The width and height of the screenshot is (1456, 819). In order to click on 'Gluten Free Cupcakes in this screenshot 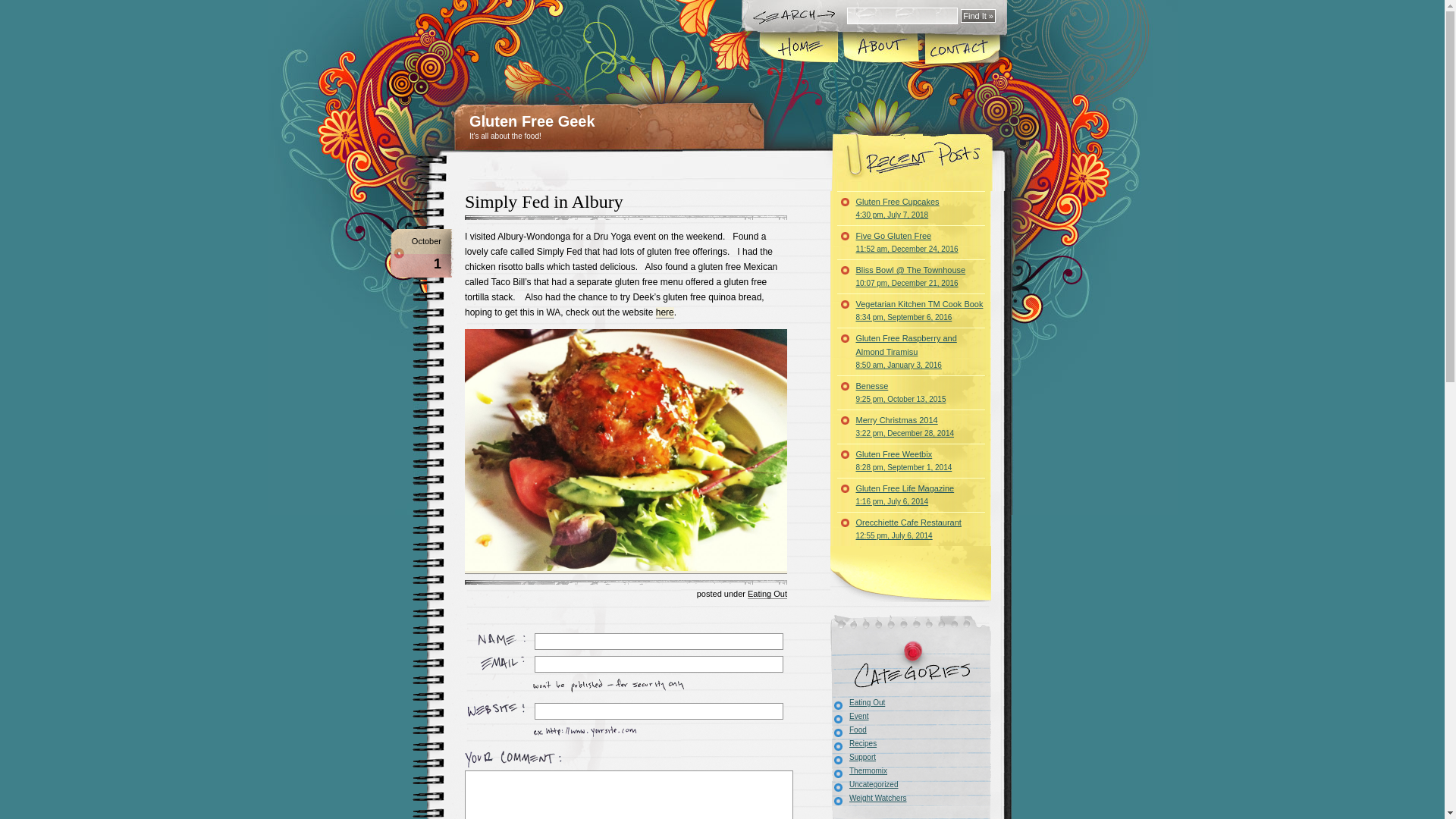, I will do `click(910, 208)`.